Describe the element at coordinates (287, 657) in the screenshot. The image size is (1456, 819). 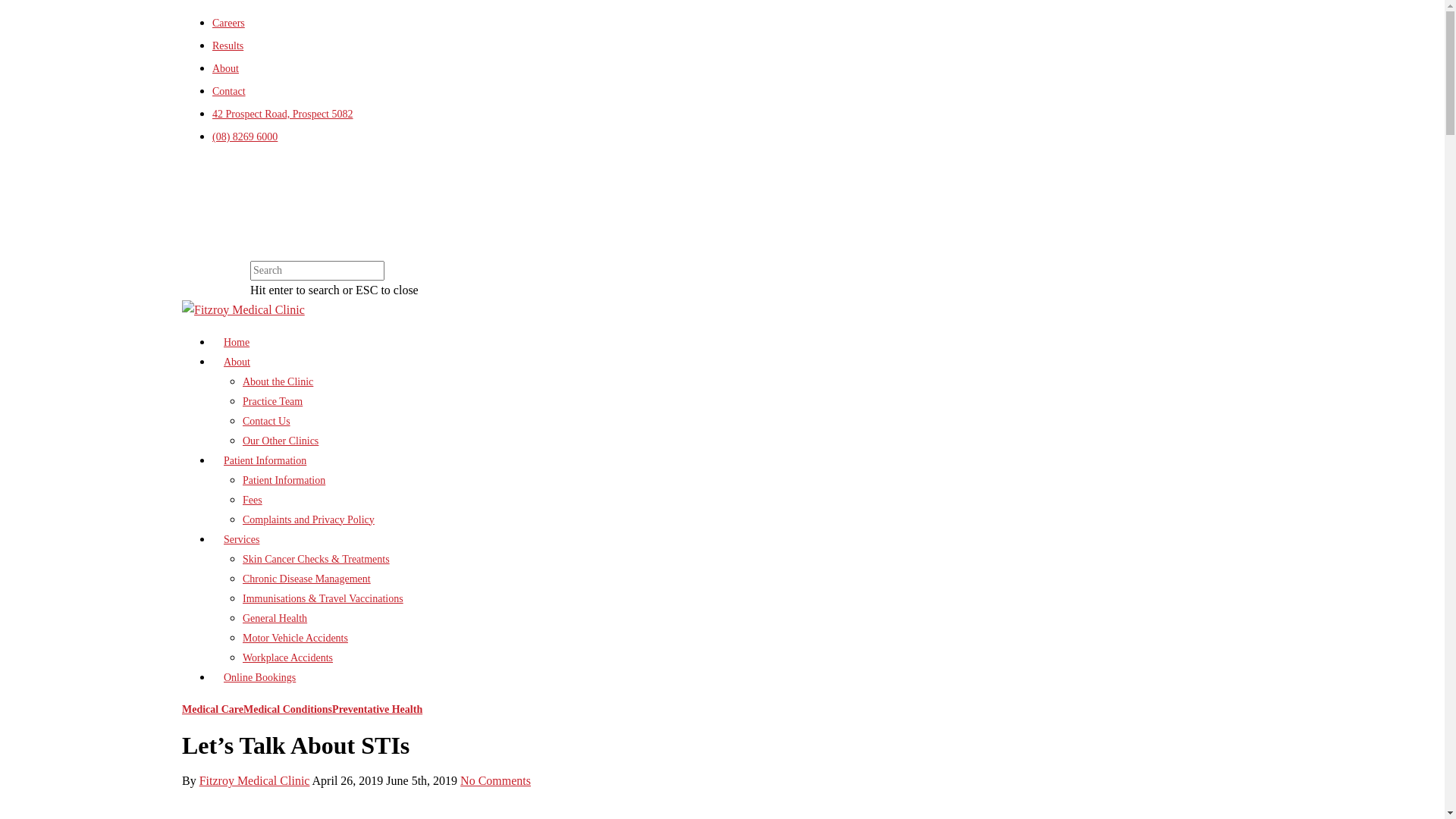
I see `'Workplace Accidents'` at that location.